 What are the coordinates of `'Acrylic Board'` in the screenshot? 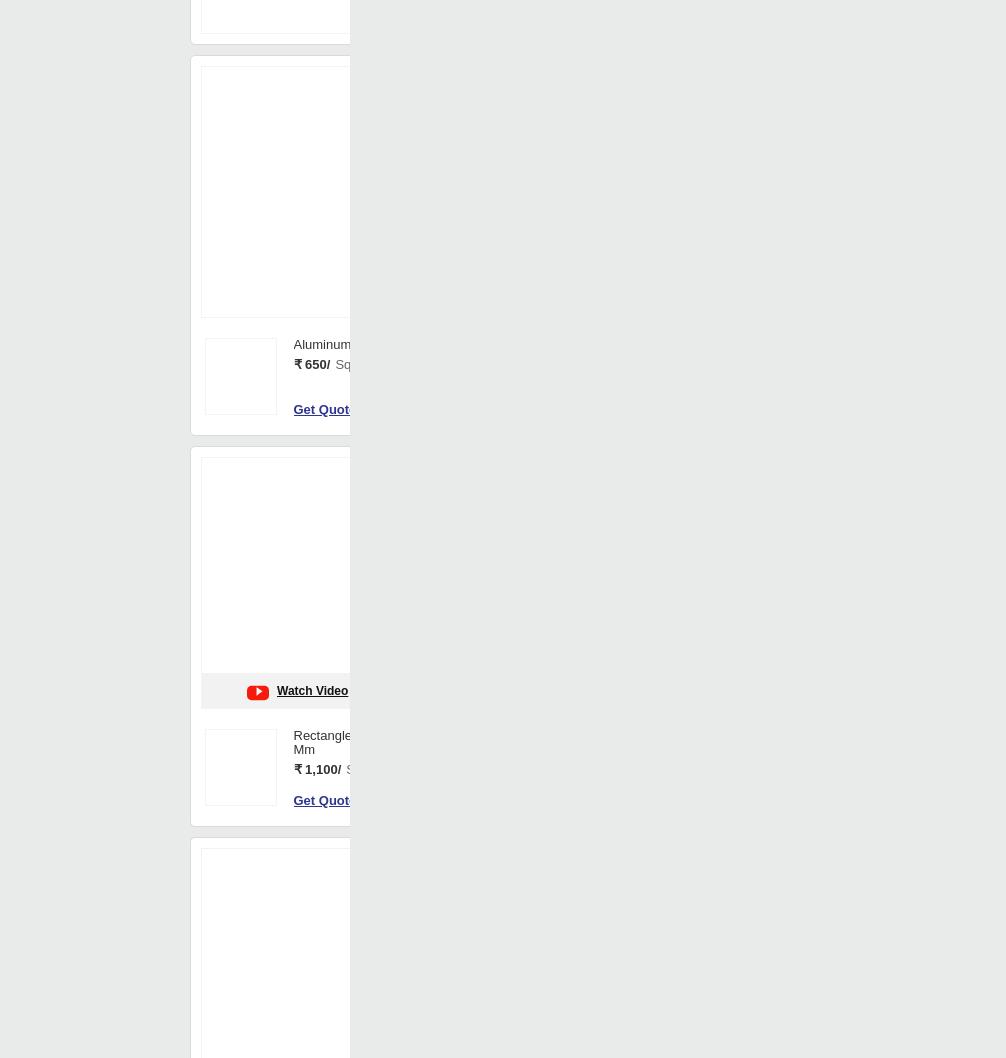 It's located at (790, 534).